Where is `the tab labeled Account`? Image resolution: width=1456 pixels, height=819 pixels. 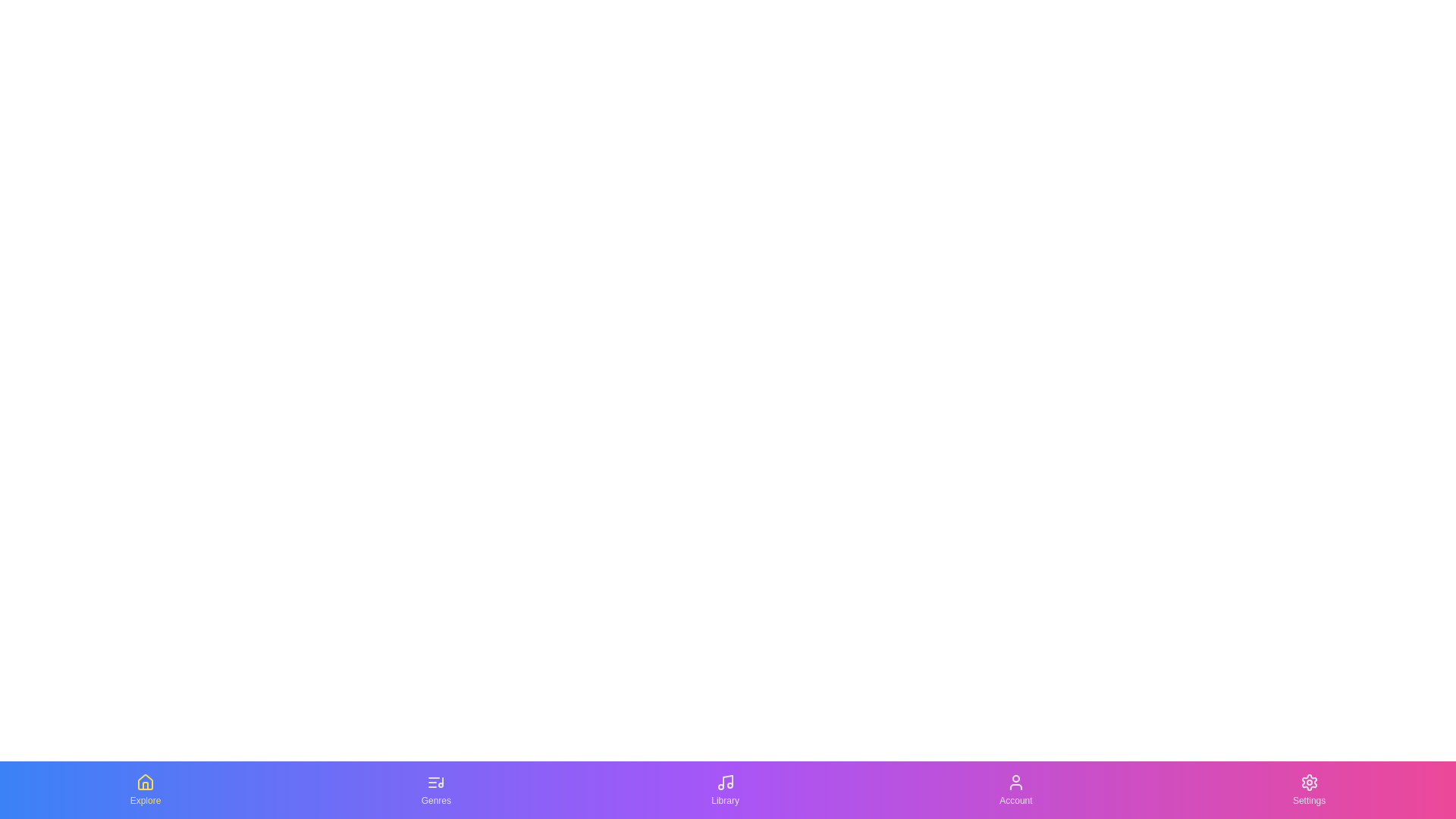 the tab labeled Account is located at coordinates (1015, 789).